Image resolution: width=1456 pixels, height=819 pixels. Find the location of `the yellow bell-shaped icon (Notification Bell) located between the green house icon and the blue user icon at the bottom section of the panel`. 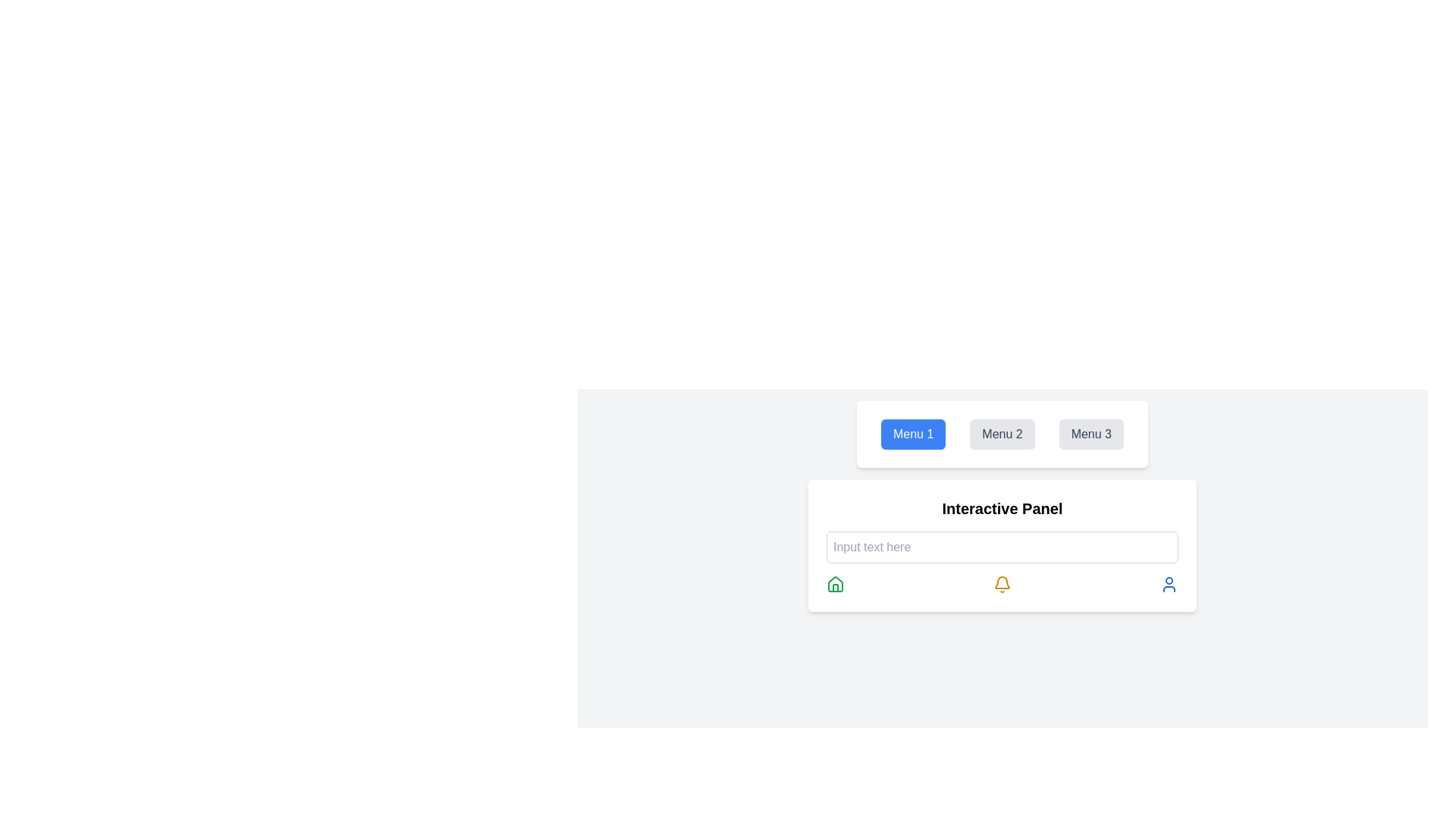

the yellow bell-shaped icon (Notification Bell) located between the green house icon and the blue user icon at the bottom section of the panel is located at coordinates (1002, 584).